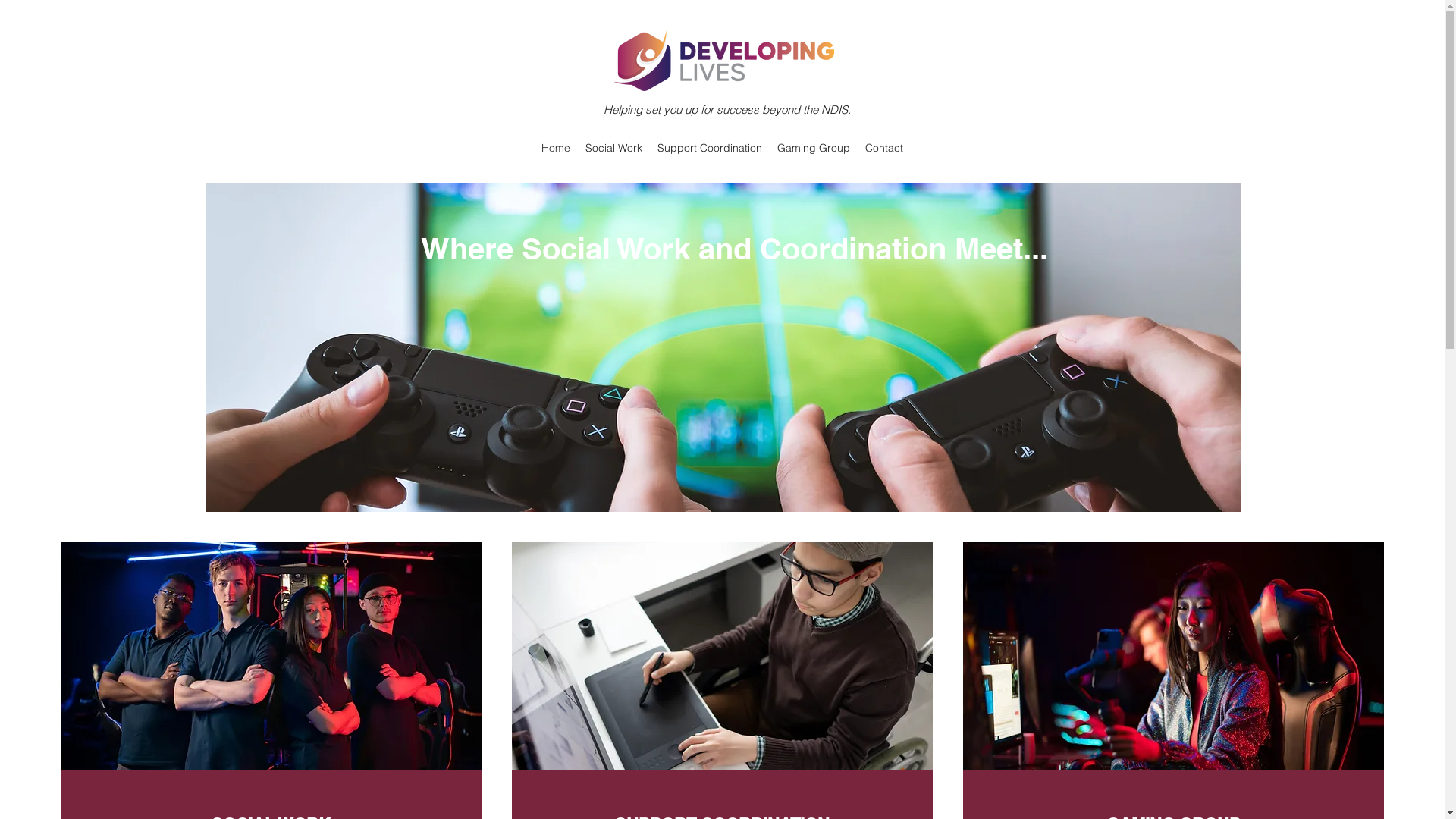 The width and height of the screenshot is (1456, 819). What do you see at coordinates (884, 148) in the screenshot?
I see `'Contact'` at bounding box center [884, 148].